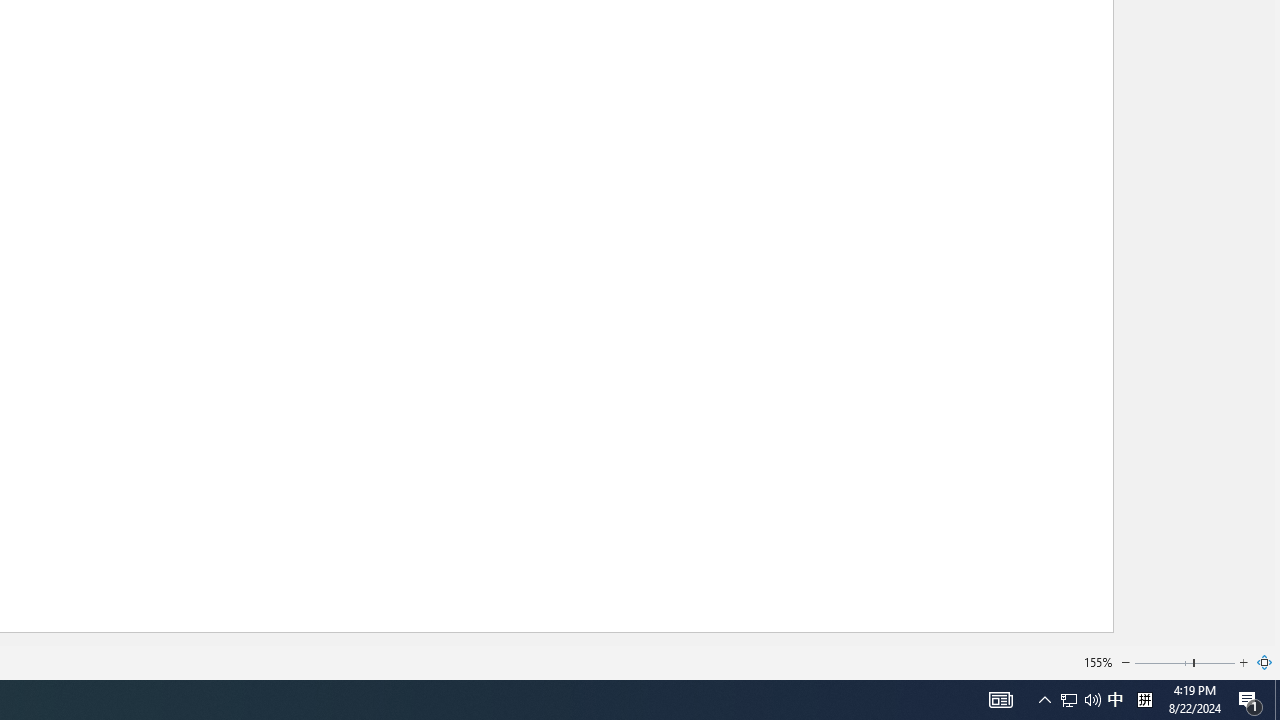 The width and height of the screenshot is (1280, 720). What do you see at coordinates (1163, 663) in the screenshot?
I see `'Page left'` at bounding box center [1163, 663].